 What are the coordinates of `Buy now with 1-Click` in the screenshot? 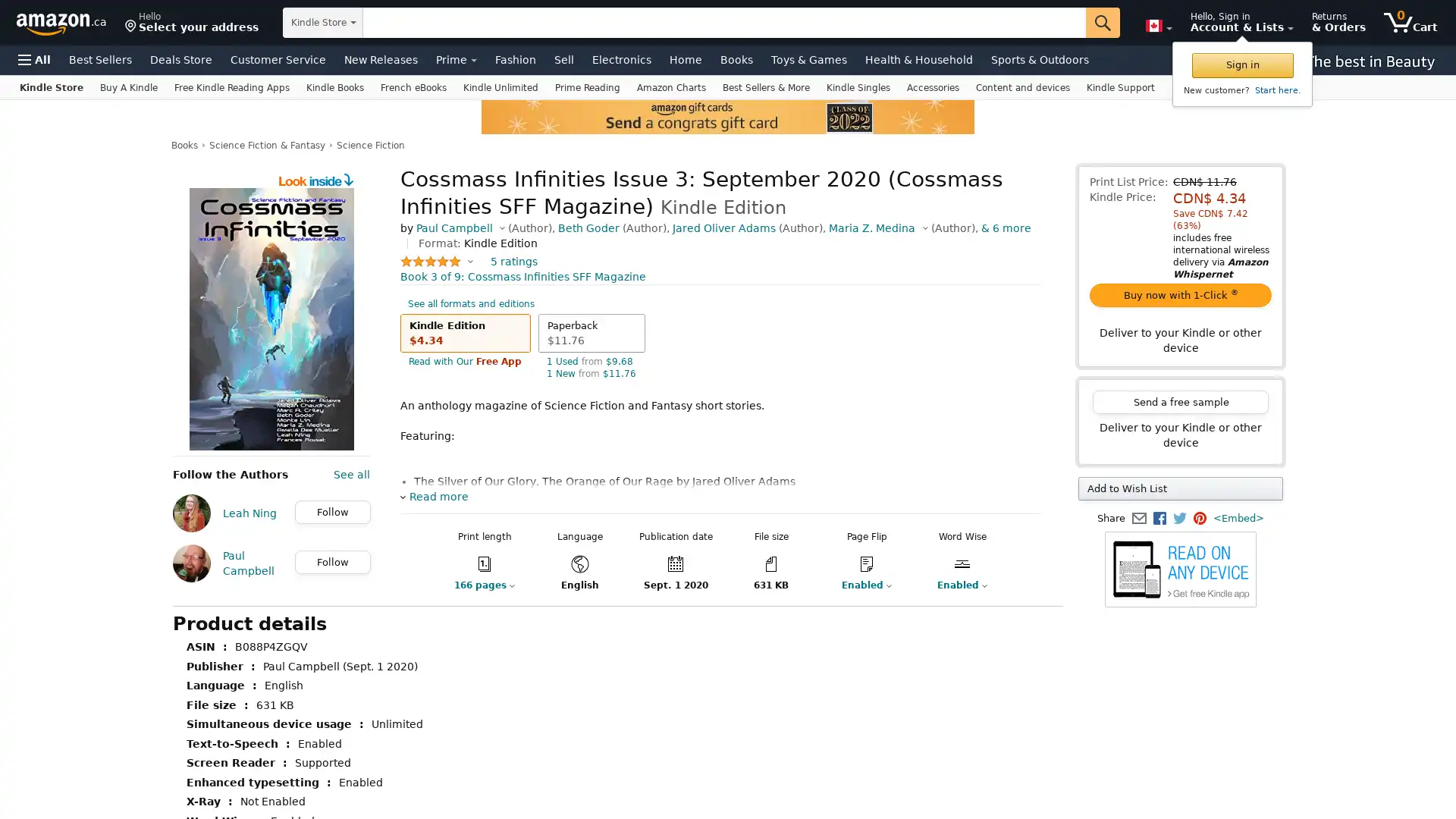 It's located at (1179, 295).